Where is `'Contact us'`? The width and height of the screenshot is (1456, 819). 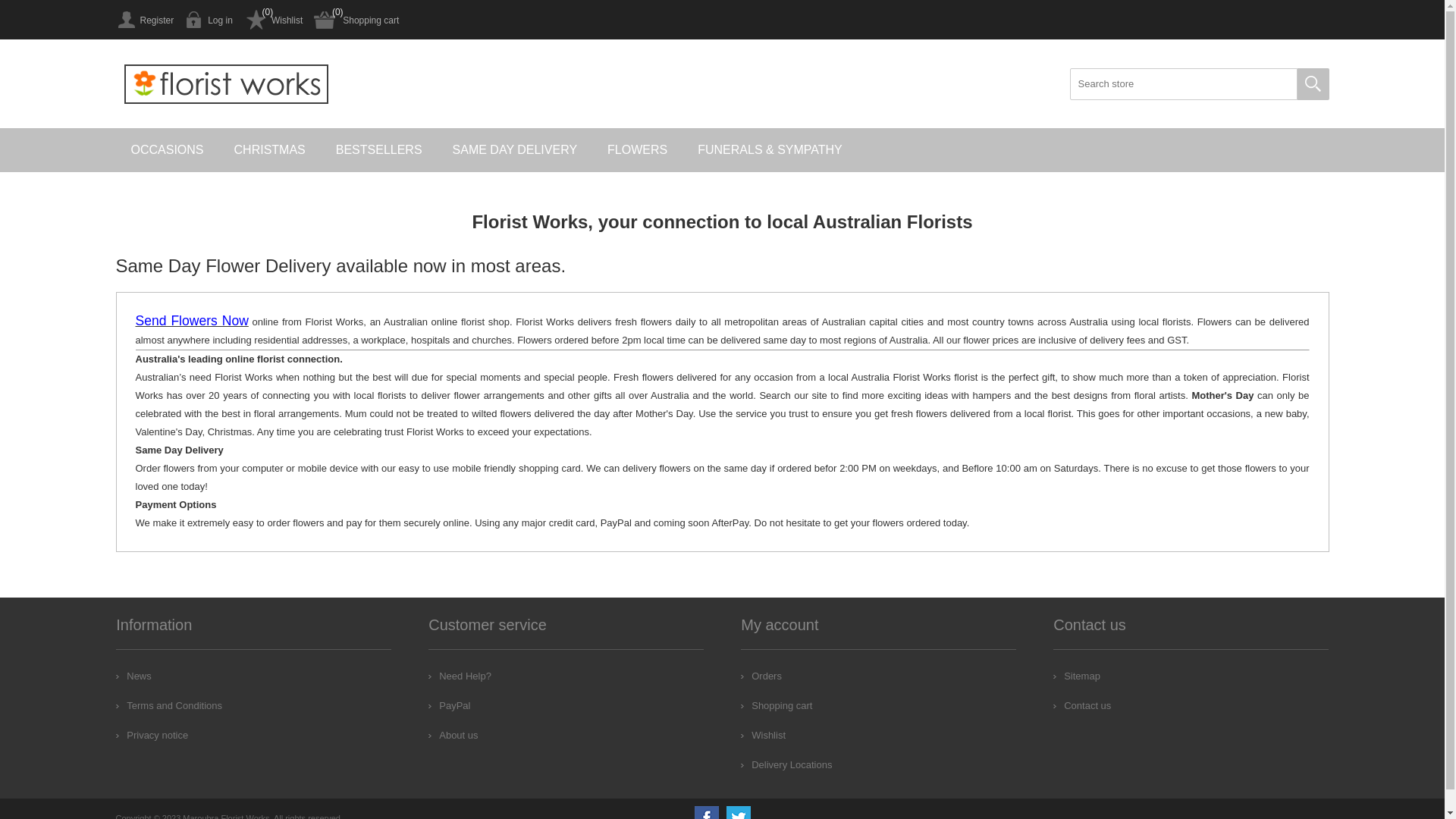 'Contact us' is located at coordinates (1081, 705).